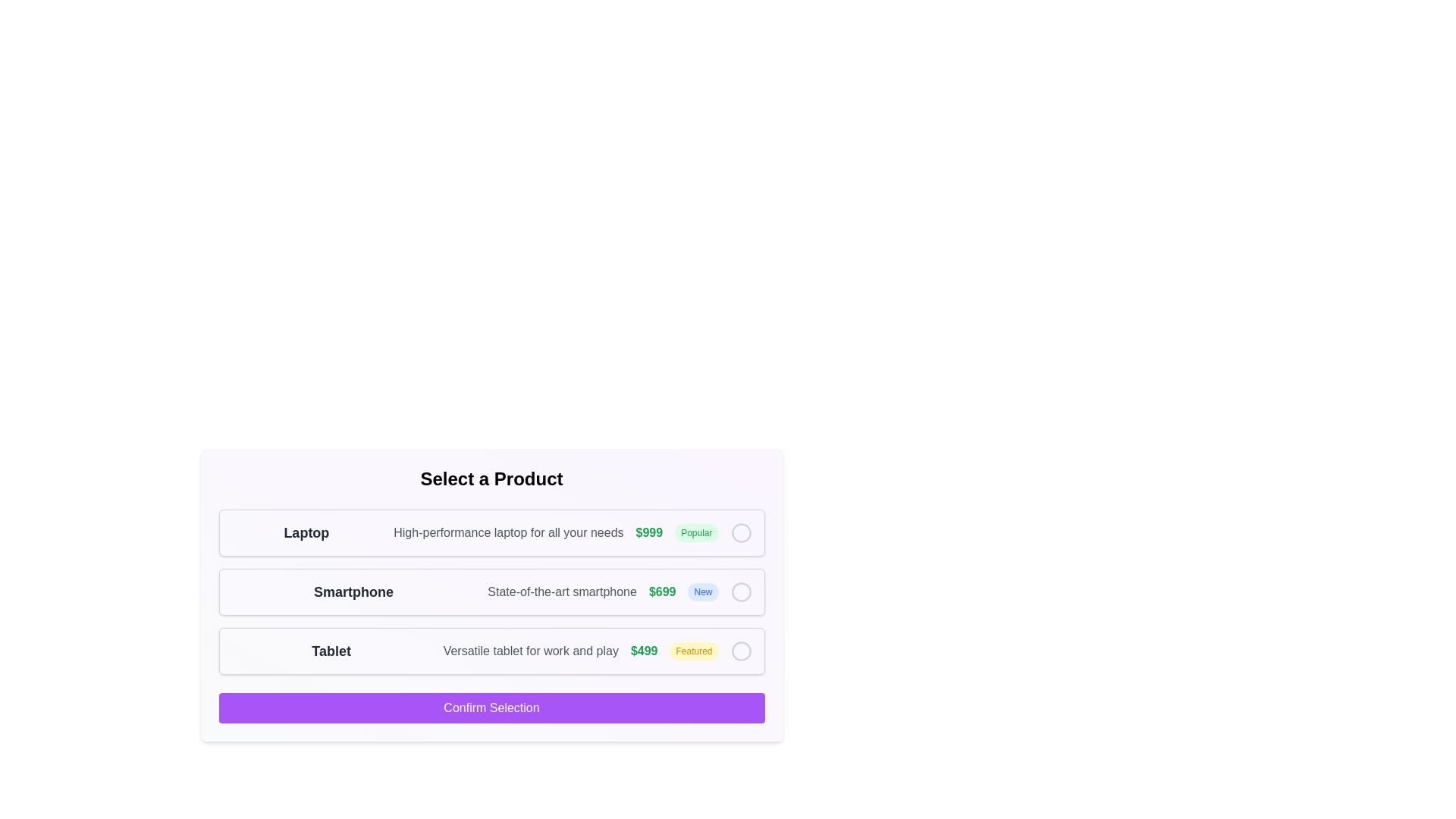  Describe the element at coordinates (306, 532) in the screenshot. I see `the 'Laptop' title text label located in the first product card, which is positioned to the left of the product description and price` at that location.